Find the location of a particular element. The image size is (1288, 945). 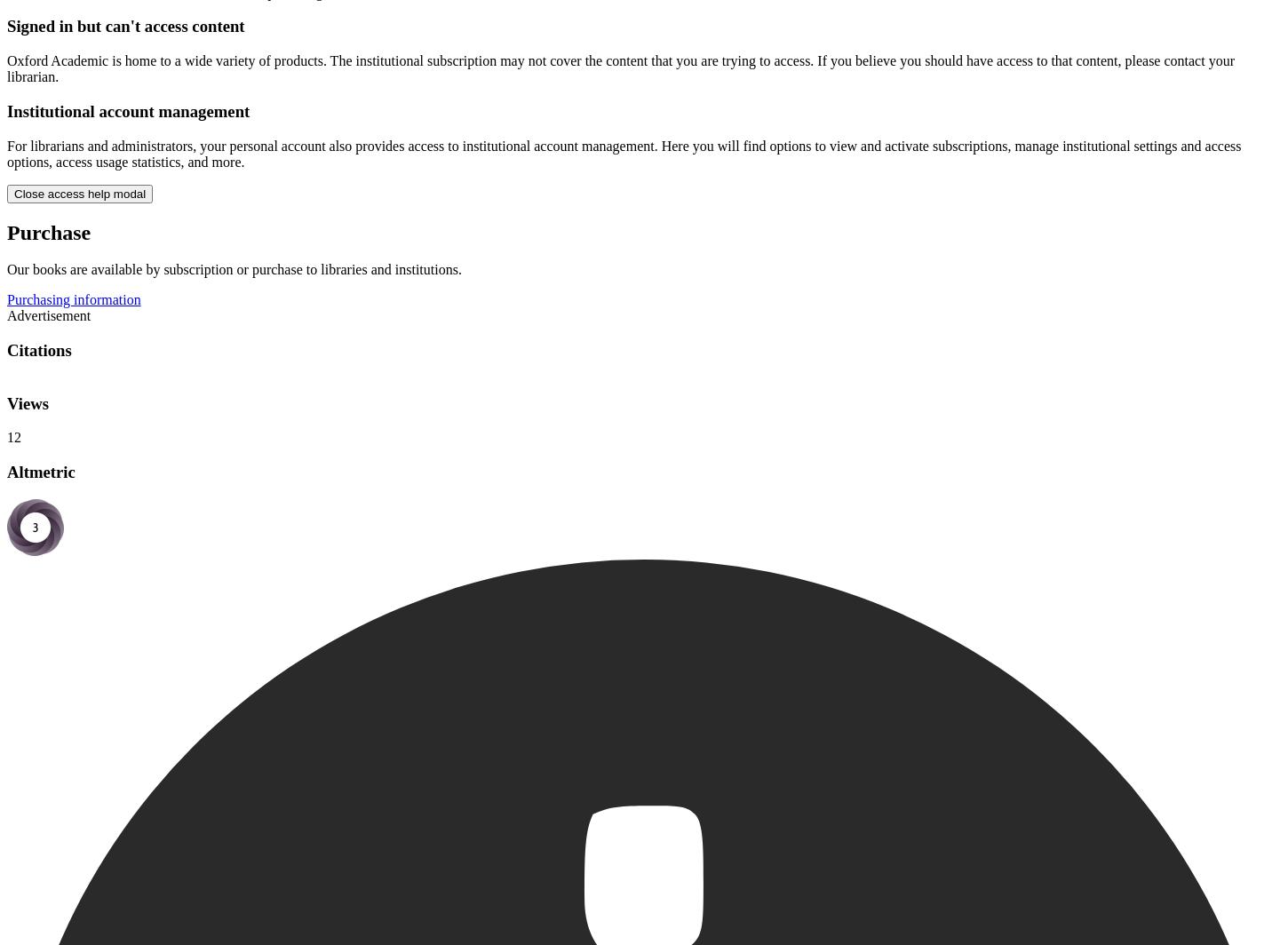

'Purchasing information' is located at coordinates (73, 299).